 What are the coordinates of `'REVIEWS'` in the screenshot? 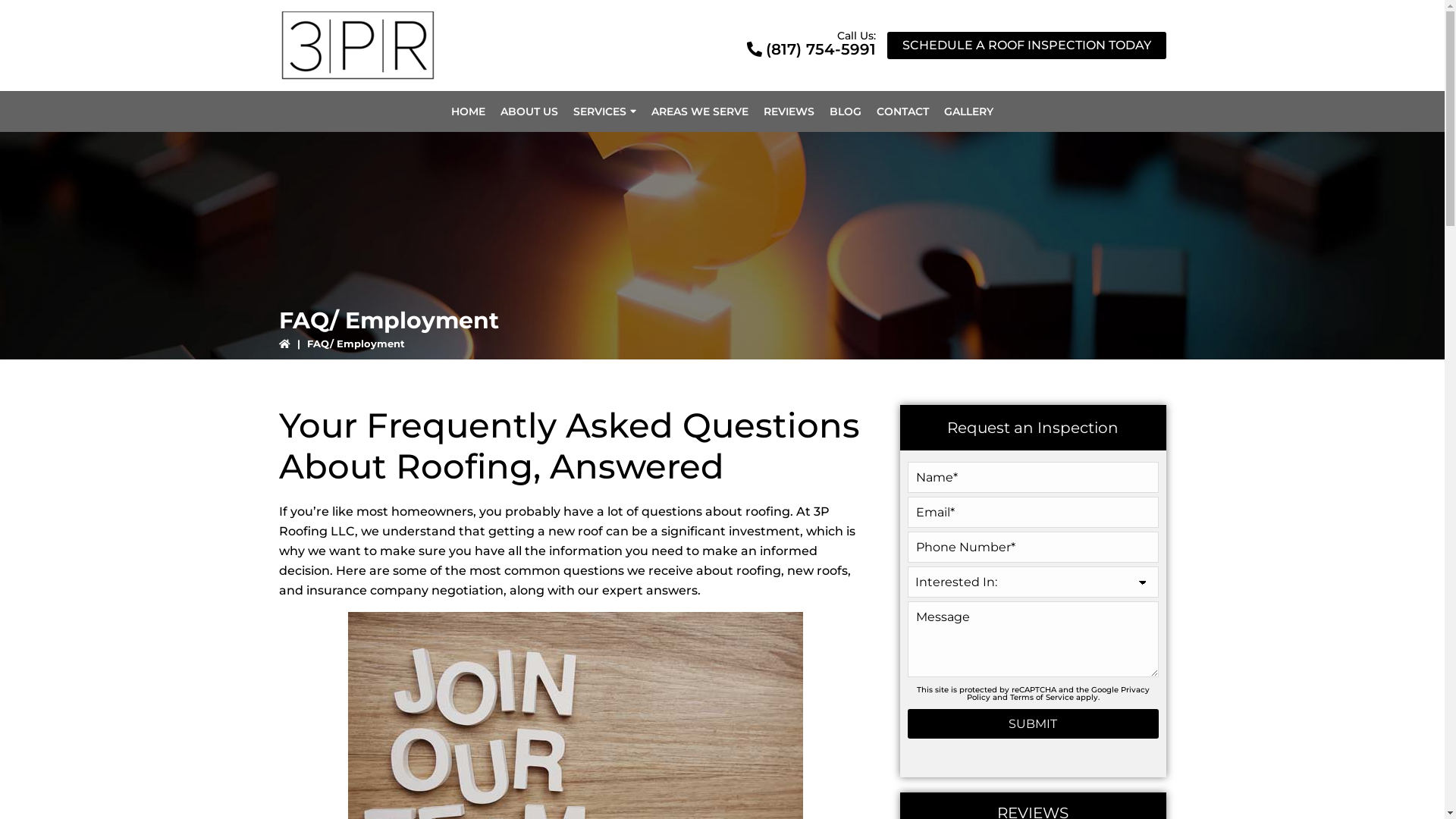 It's located at (789, 110).